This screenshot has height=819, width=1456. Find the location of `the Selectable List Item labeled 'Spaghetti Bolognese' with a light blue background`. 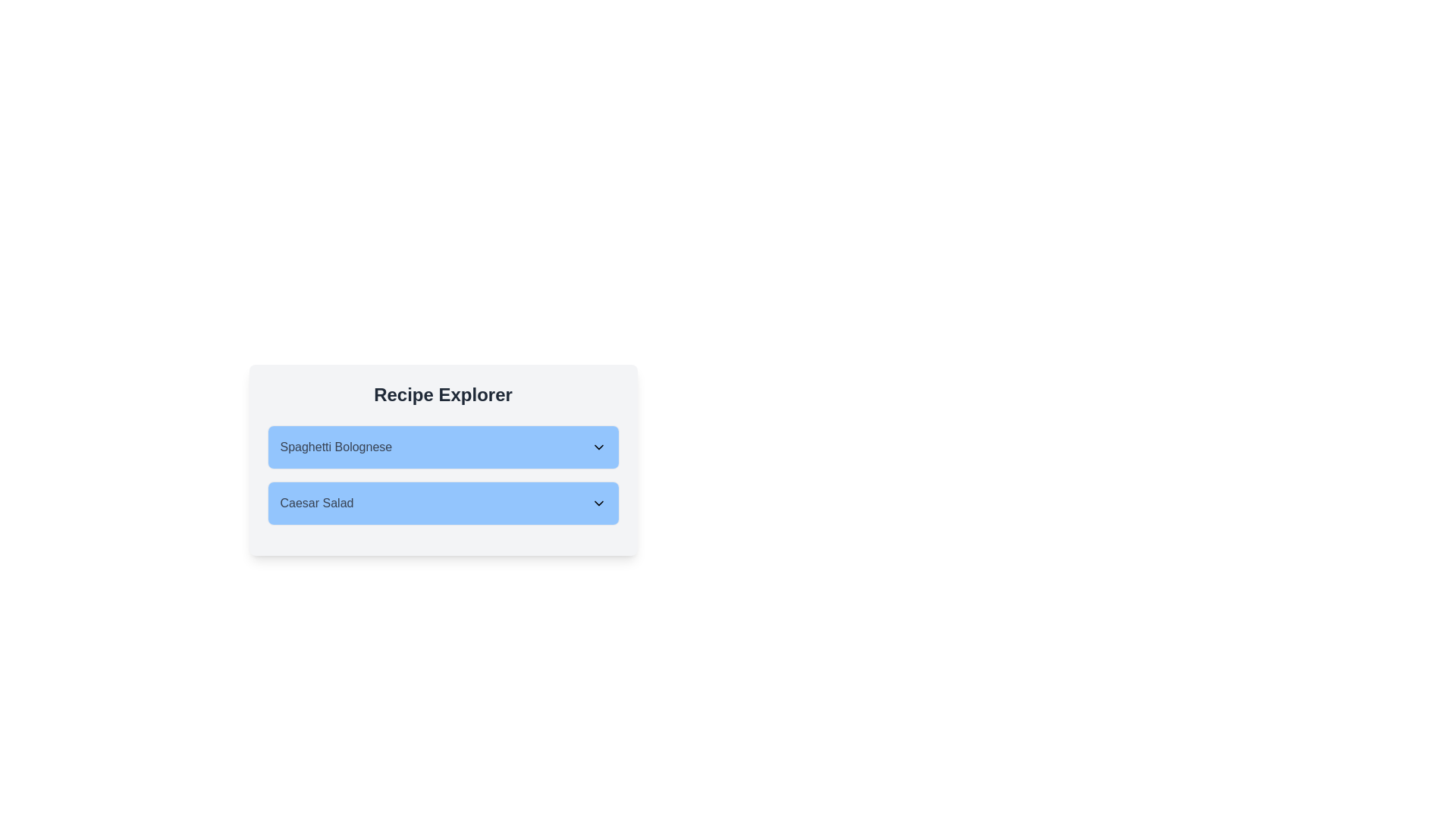

the Selectable List Item labeled 'Spaghetti Bolognese' with a light blue background is located at coordinates (442, 447).